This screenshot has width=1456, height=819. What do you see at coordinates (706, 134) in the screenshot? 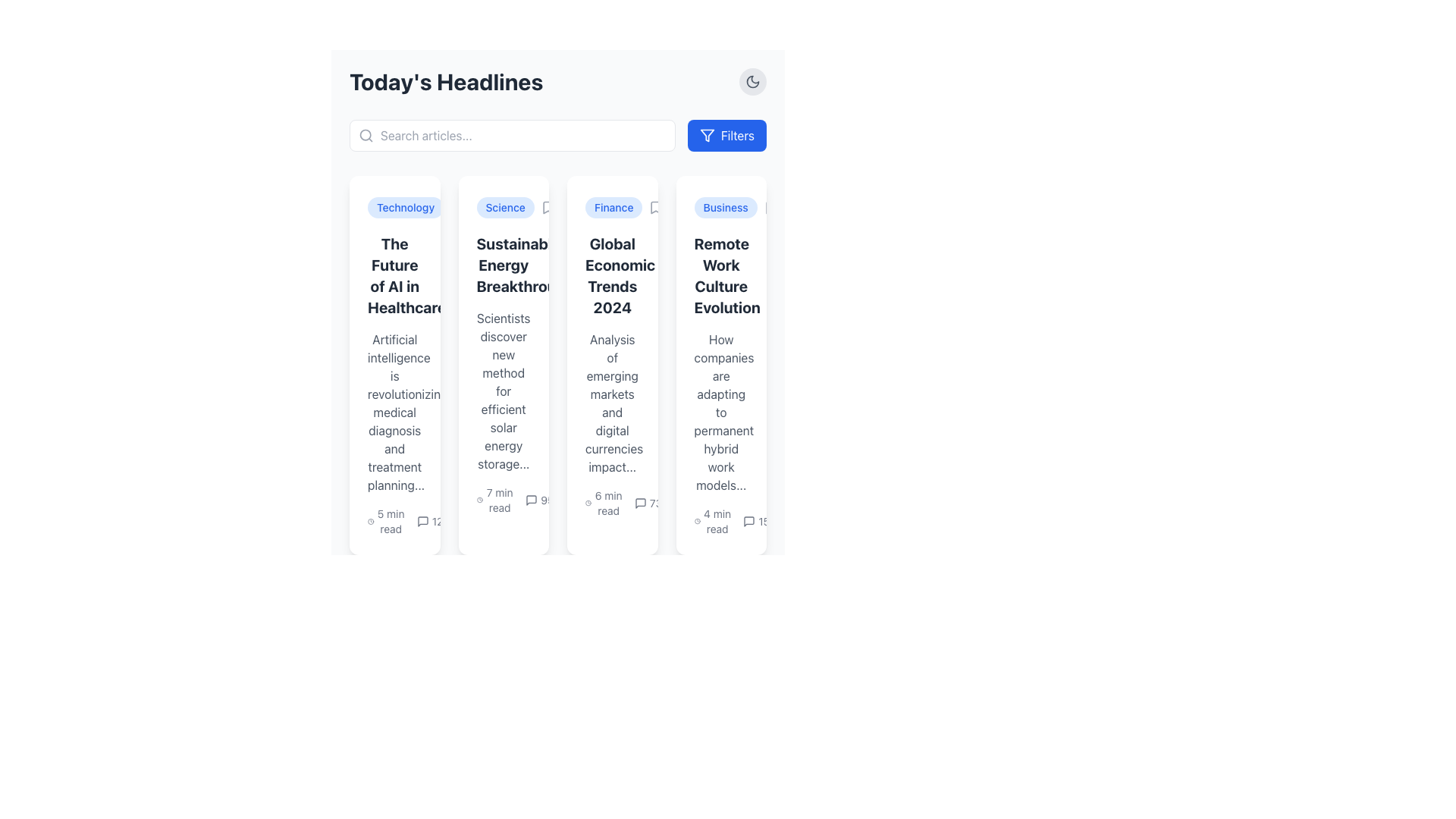
I see `the triangular filter icon located in the upper right-hand corner of the interface within the 'Filters' button` at bounding box center [706, 134].